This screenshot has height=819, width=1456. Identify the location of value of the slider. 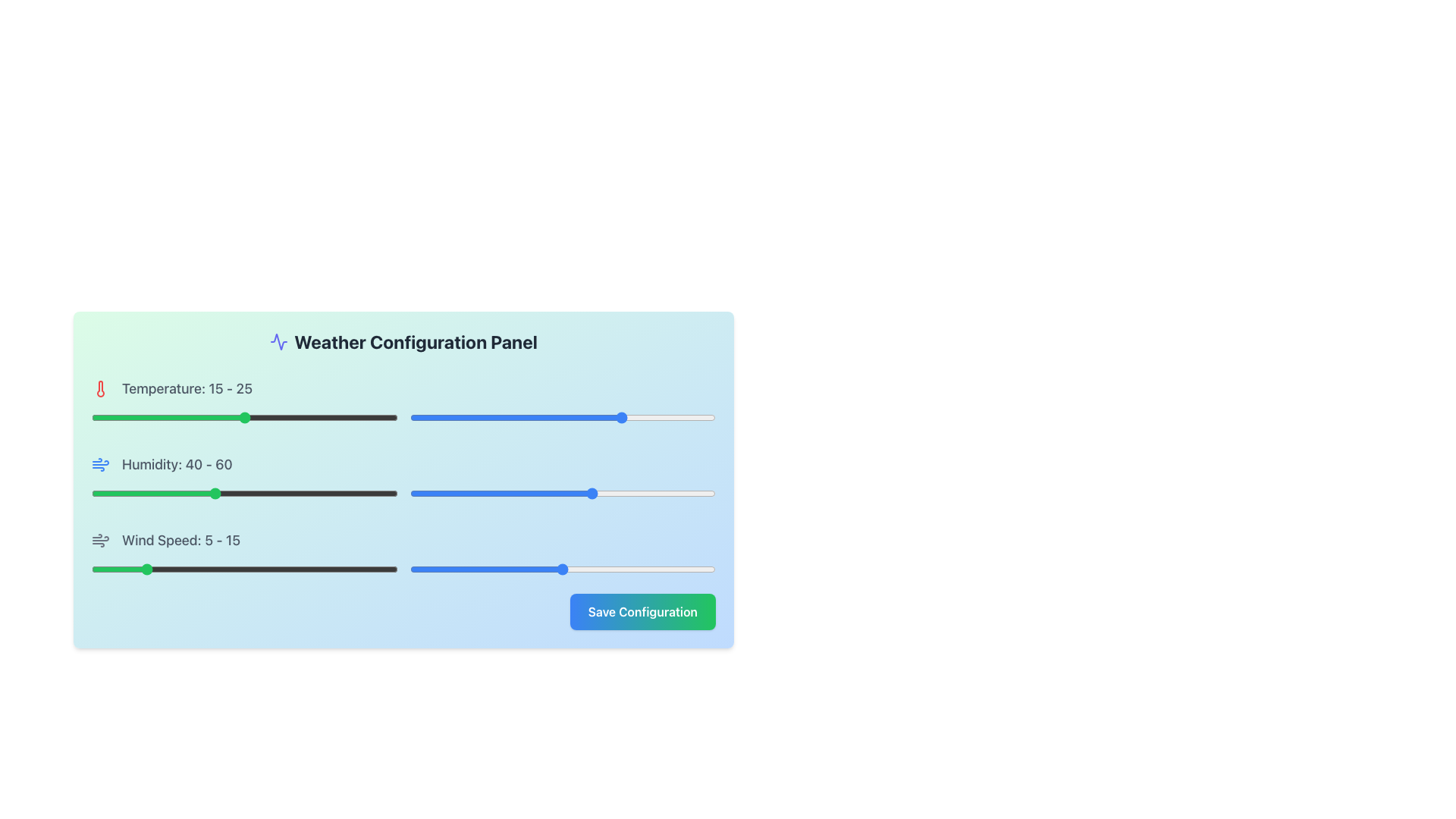
(427, 418).